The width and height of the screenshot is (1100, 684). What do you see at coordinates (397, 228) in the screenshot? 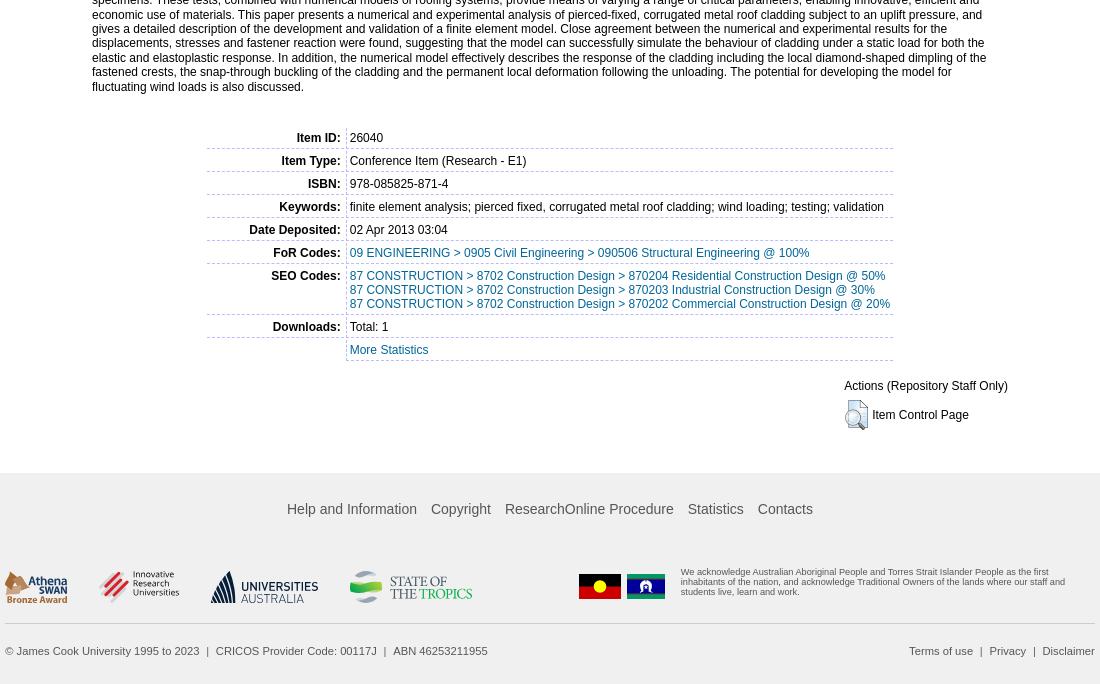
I see `'02 Apr 2013 03:04'` at bounding box center [397, 228].